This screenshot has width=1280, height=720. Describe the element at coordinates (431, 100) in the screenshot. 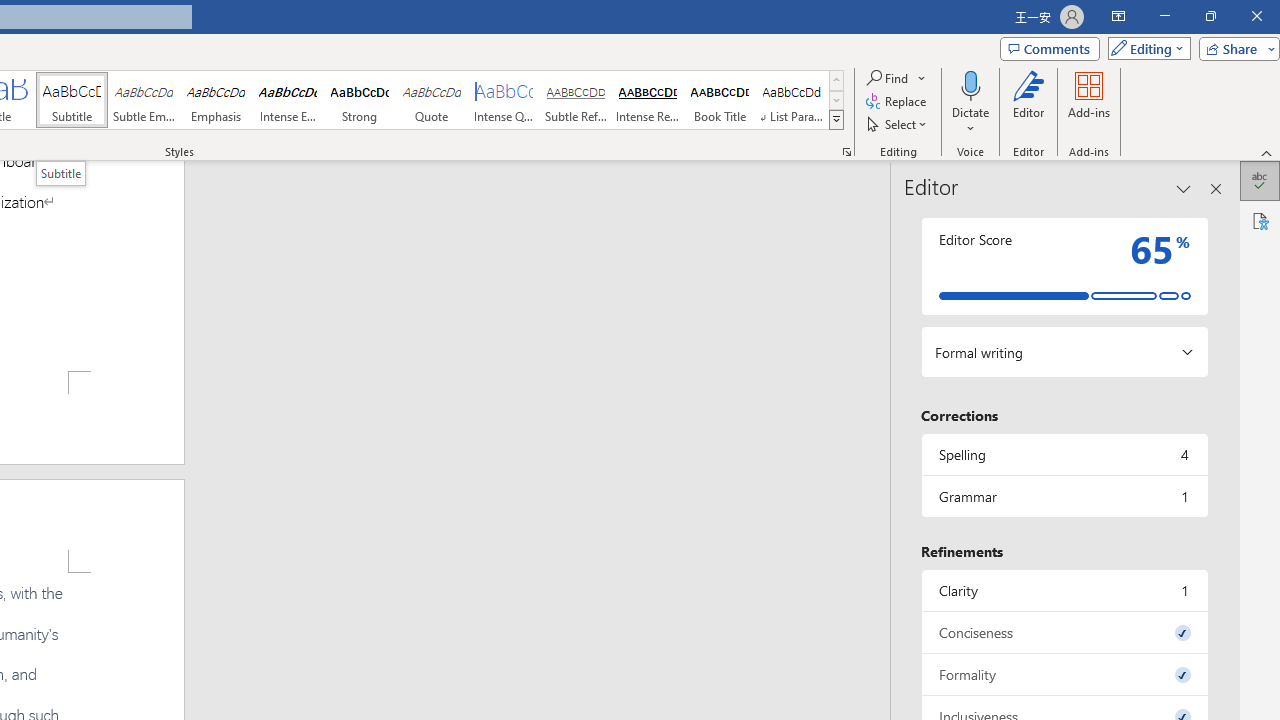

I see `'Quote'` at that location.